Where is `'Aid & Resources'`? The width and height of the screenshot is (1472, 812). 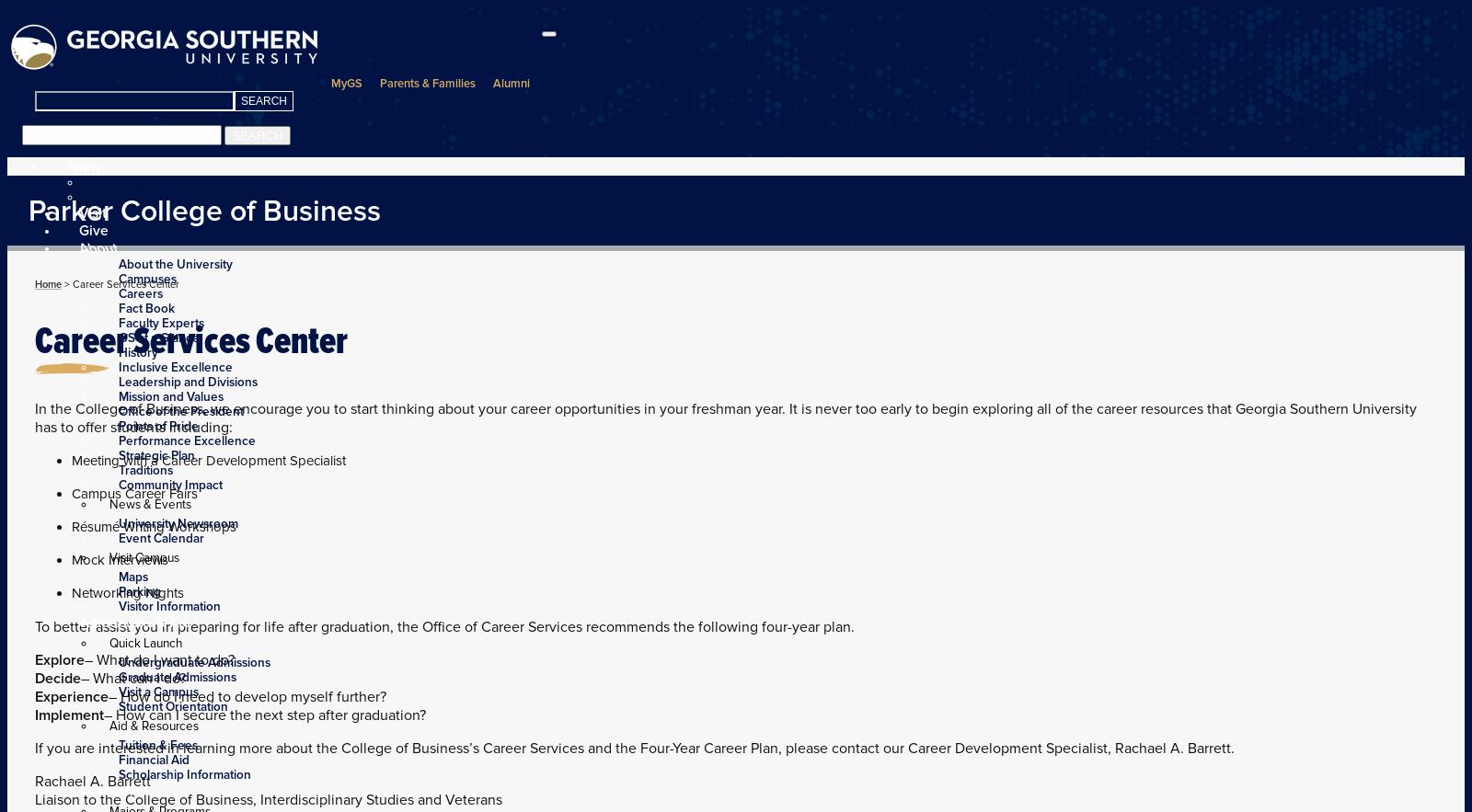 'Aid & Resources' is located at coordinates (153, 724).